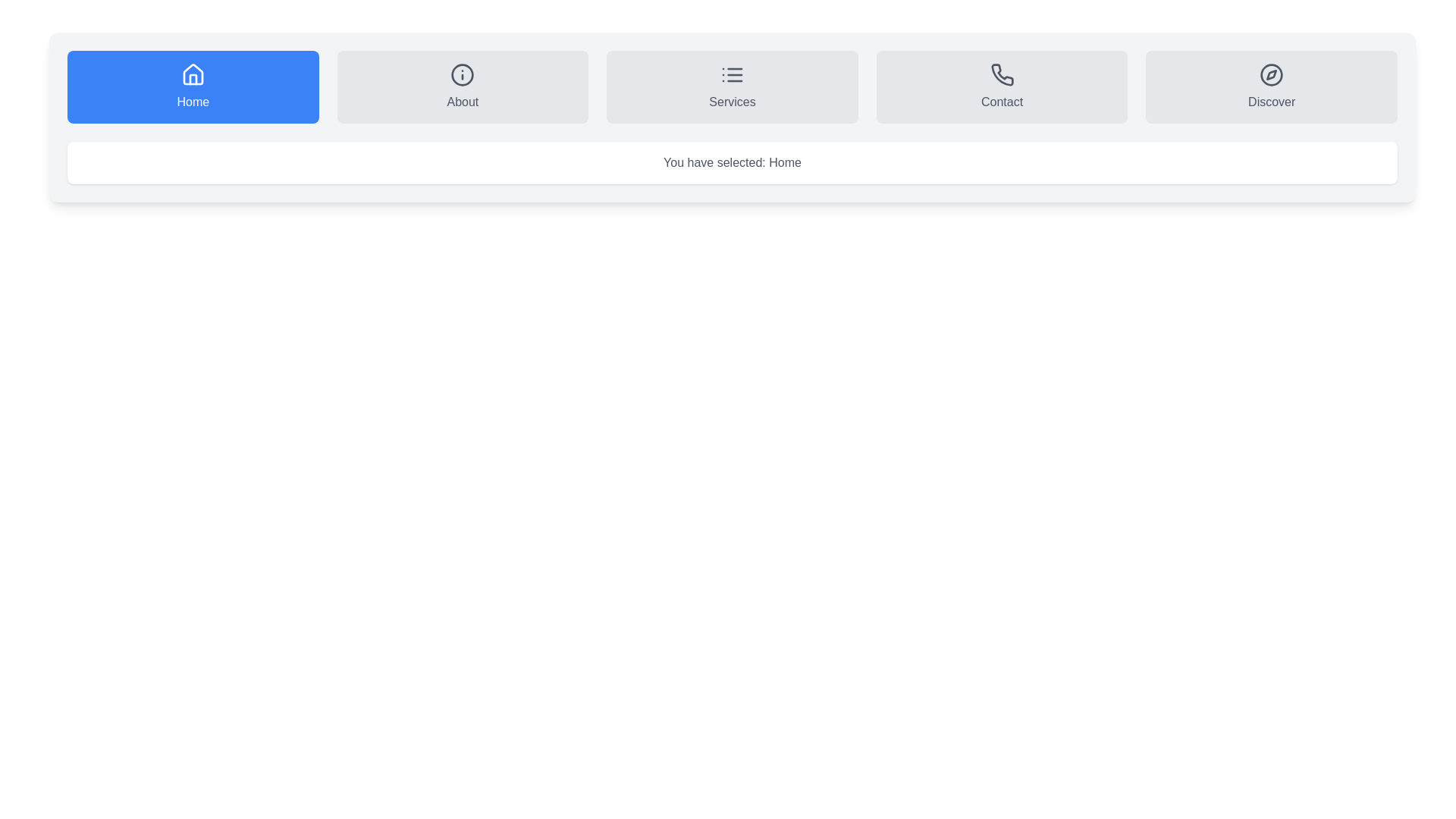 The width and height of the screenshot is (1456, 819). Describe the element at coordinates (192, 79) in the screenshot. I see `the lower portion of the house-shaped icon representing the 'Home' button in the navigation bar` at that location.